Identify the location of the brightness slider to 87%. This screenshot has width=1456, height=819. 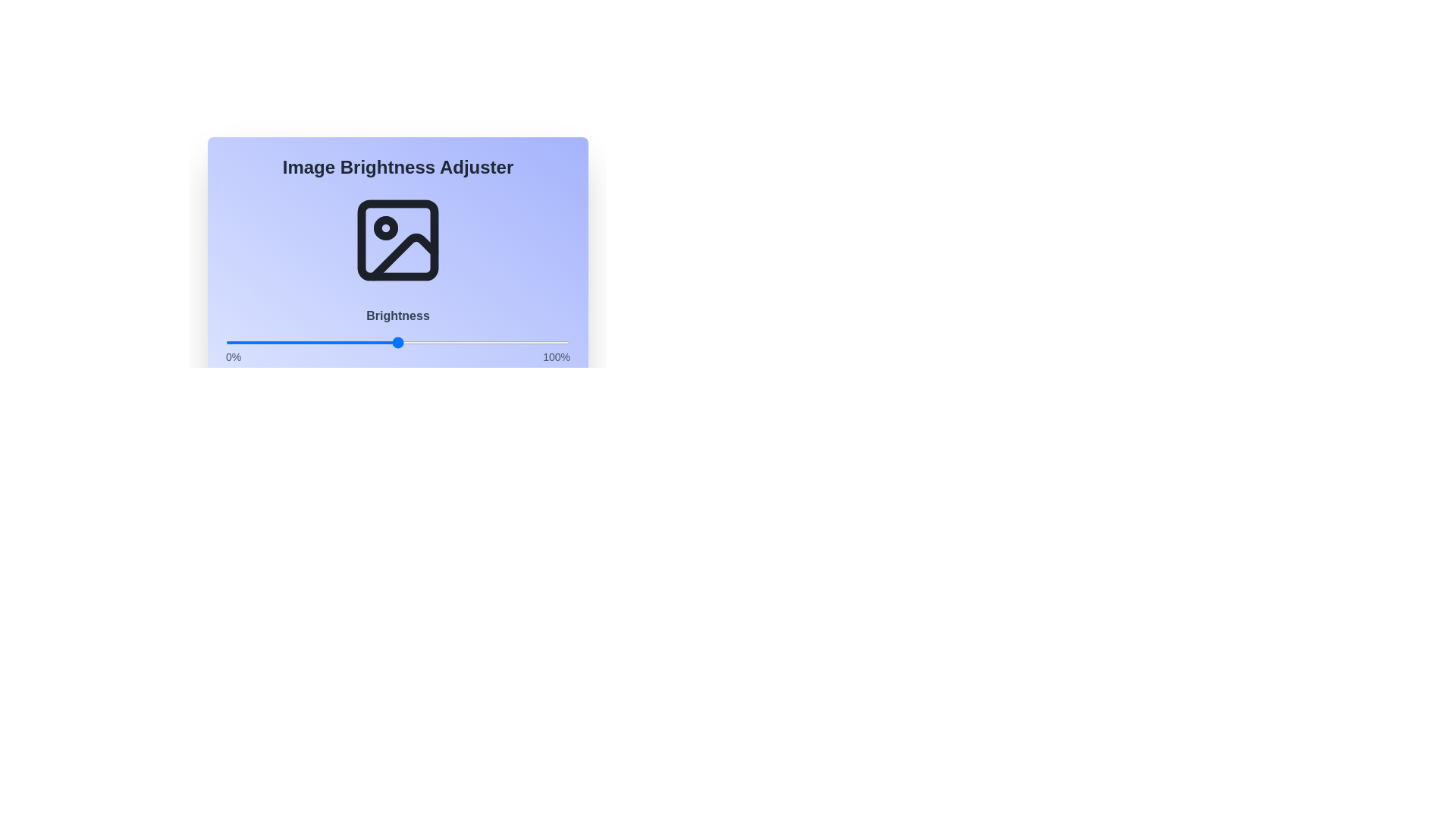
(525, 342).